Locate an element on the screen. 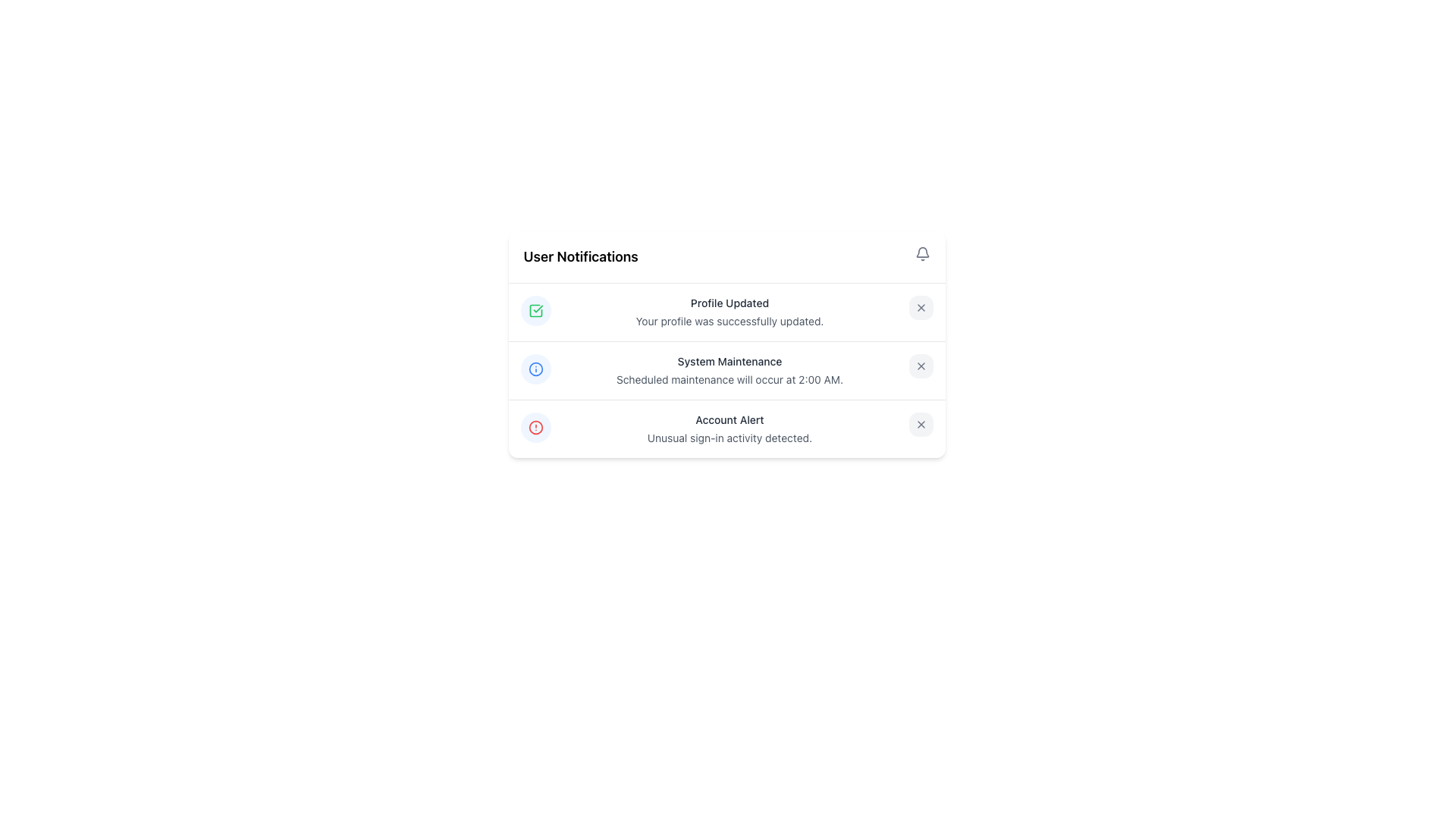 The width and height of the screenshot is (1456, 819). the textual label displaying 'Profile Updated', which is located in the first notification entry of a notification list, aligned with a green check icon on the left is located at coordinates (730, 303).